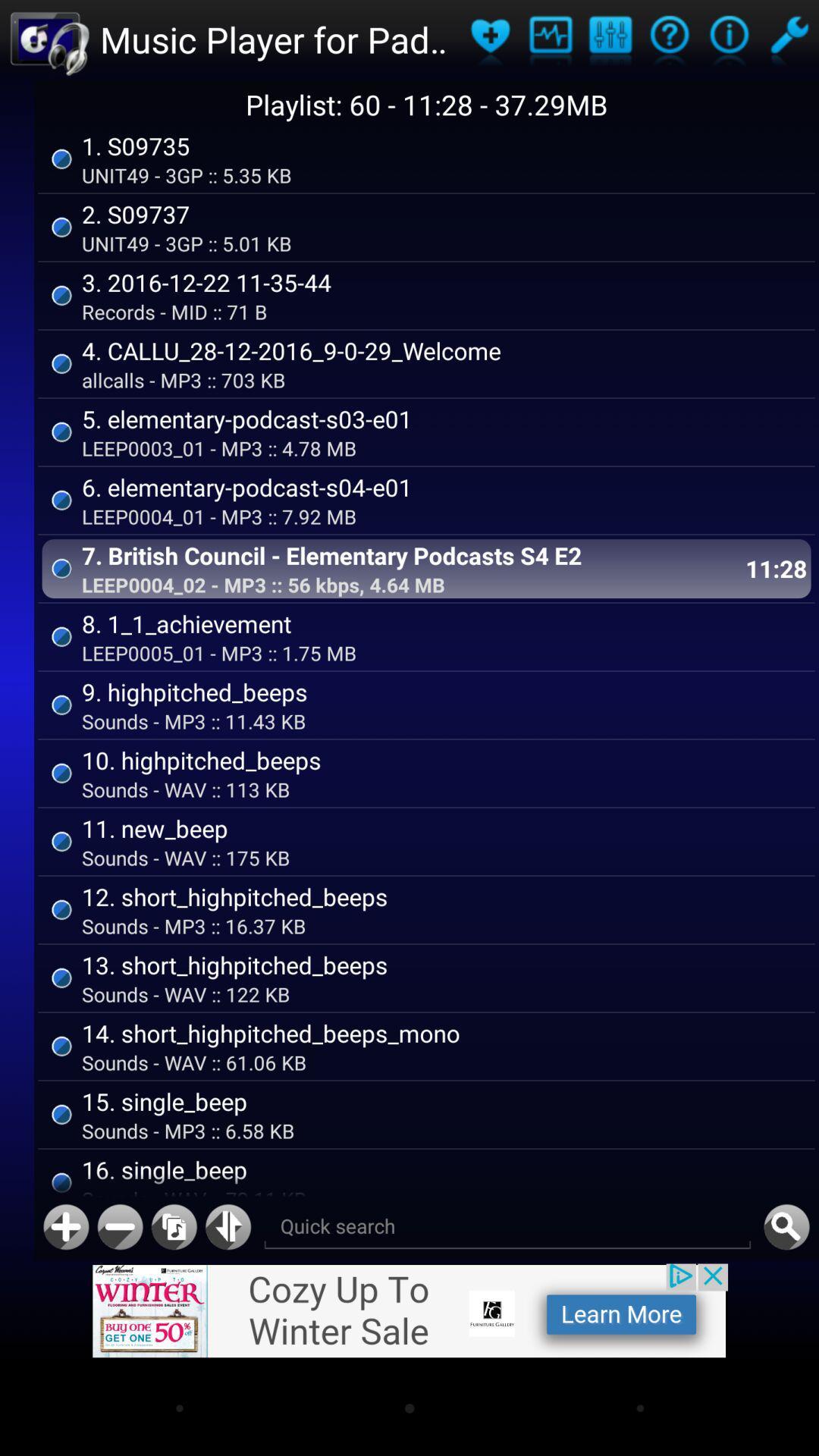 The height and width of the screenshot is (1456, 819). Describe the element at coordinates (119, 1227) in the screenshot. I see `zoom out icon` at that location.